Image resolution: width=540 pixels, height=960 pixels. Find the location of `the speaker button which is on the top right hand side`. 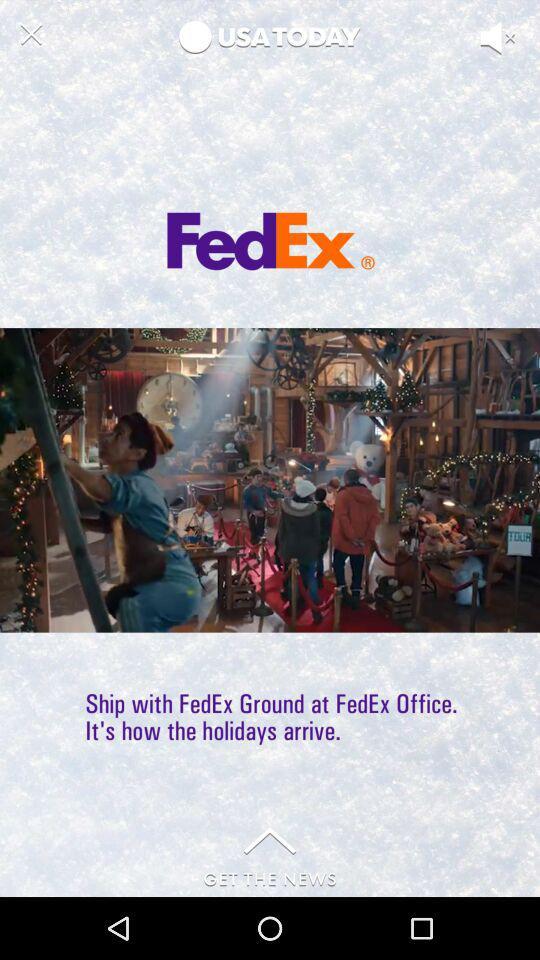

the speaker button which is on the top right hand side is located at coordinates (514, 68).